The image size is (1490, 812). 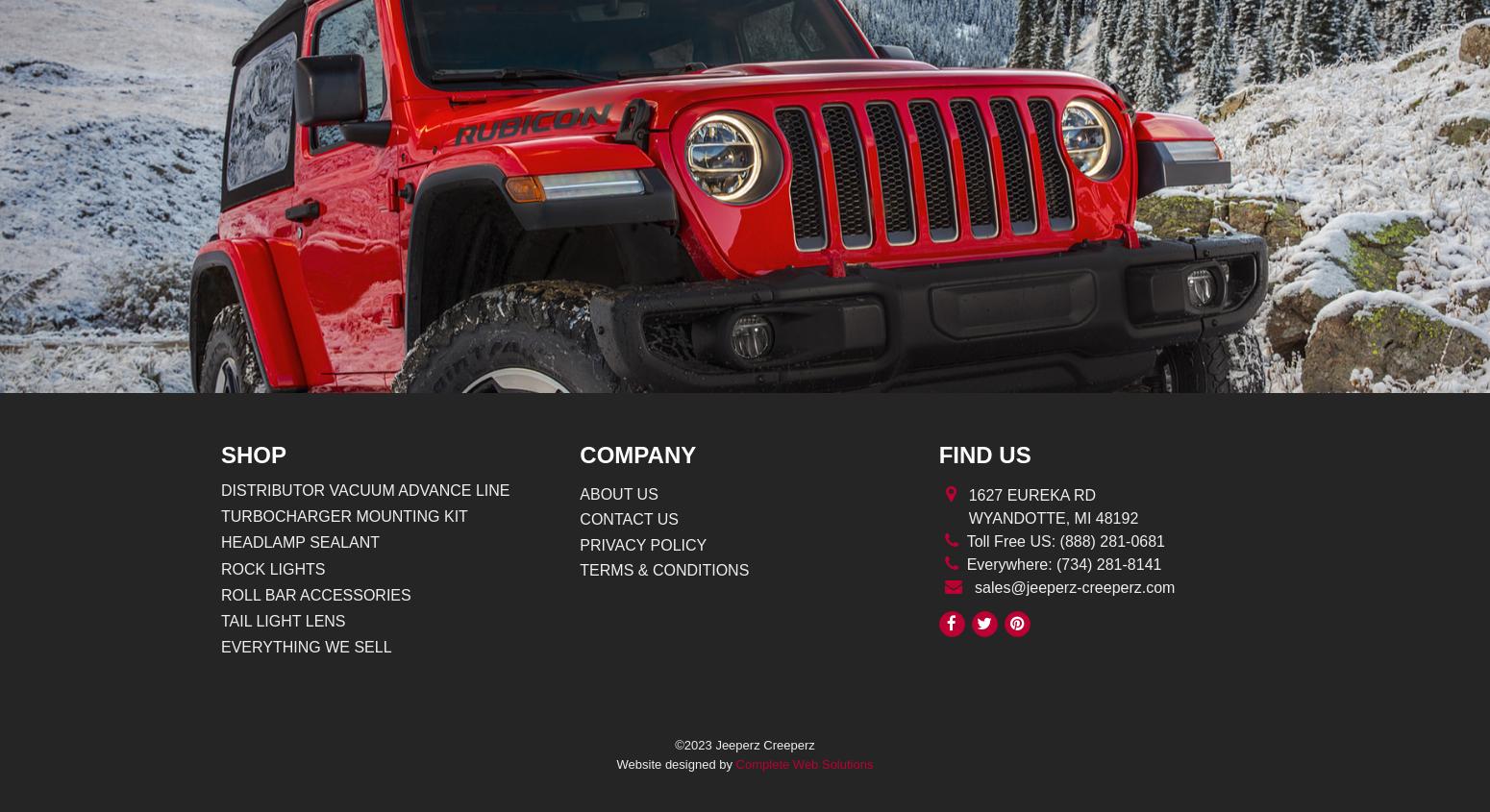 What do you see at coordinates (803, 763) in the screenshot?
I see `'Complete Web
							Solutions'` at bounding box center [803, 763].